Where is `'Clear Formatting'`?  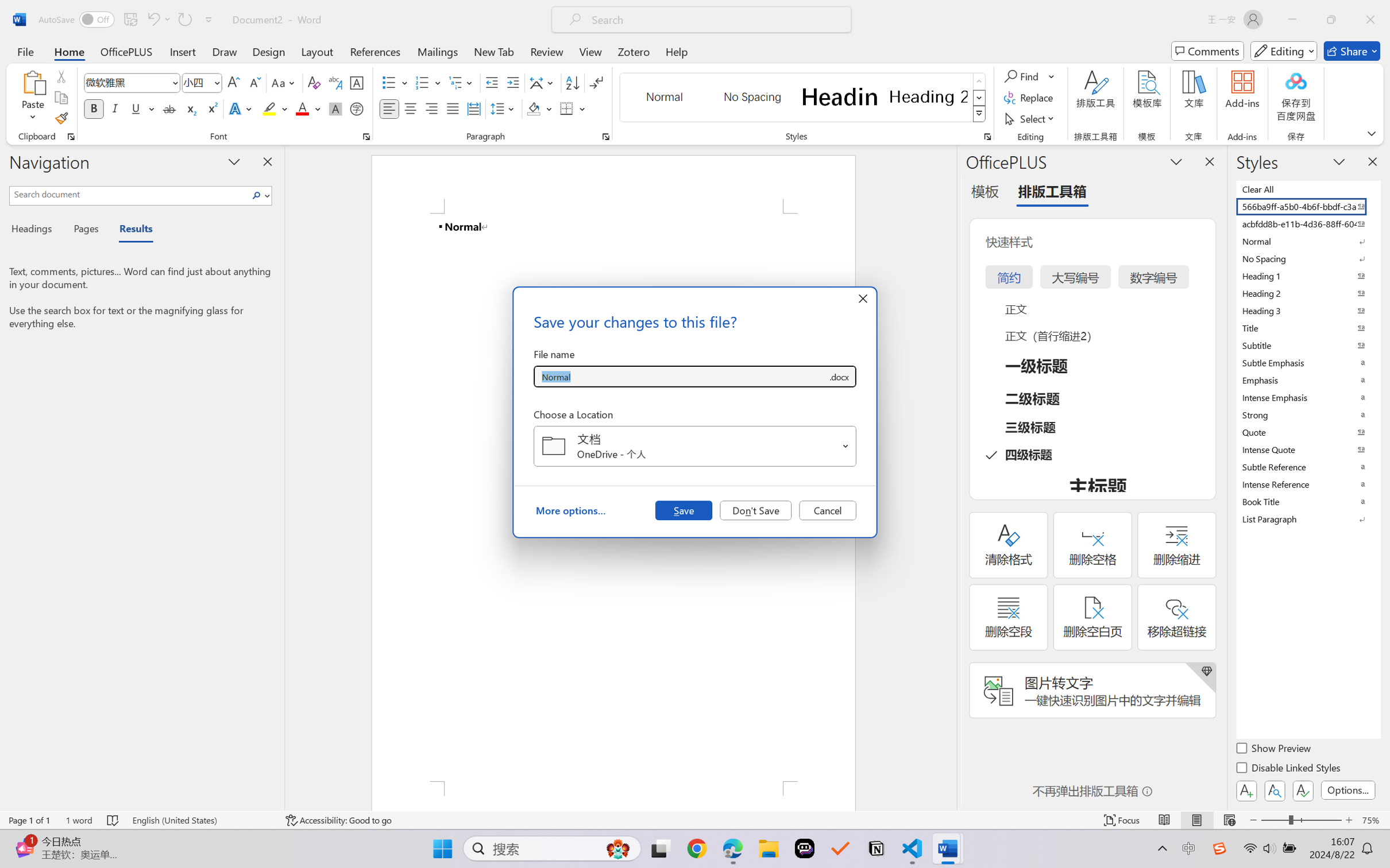 'Clear Formatting' is located at coordinates (313, 83).